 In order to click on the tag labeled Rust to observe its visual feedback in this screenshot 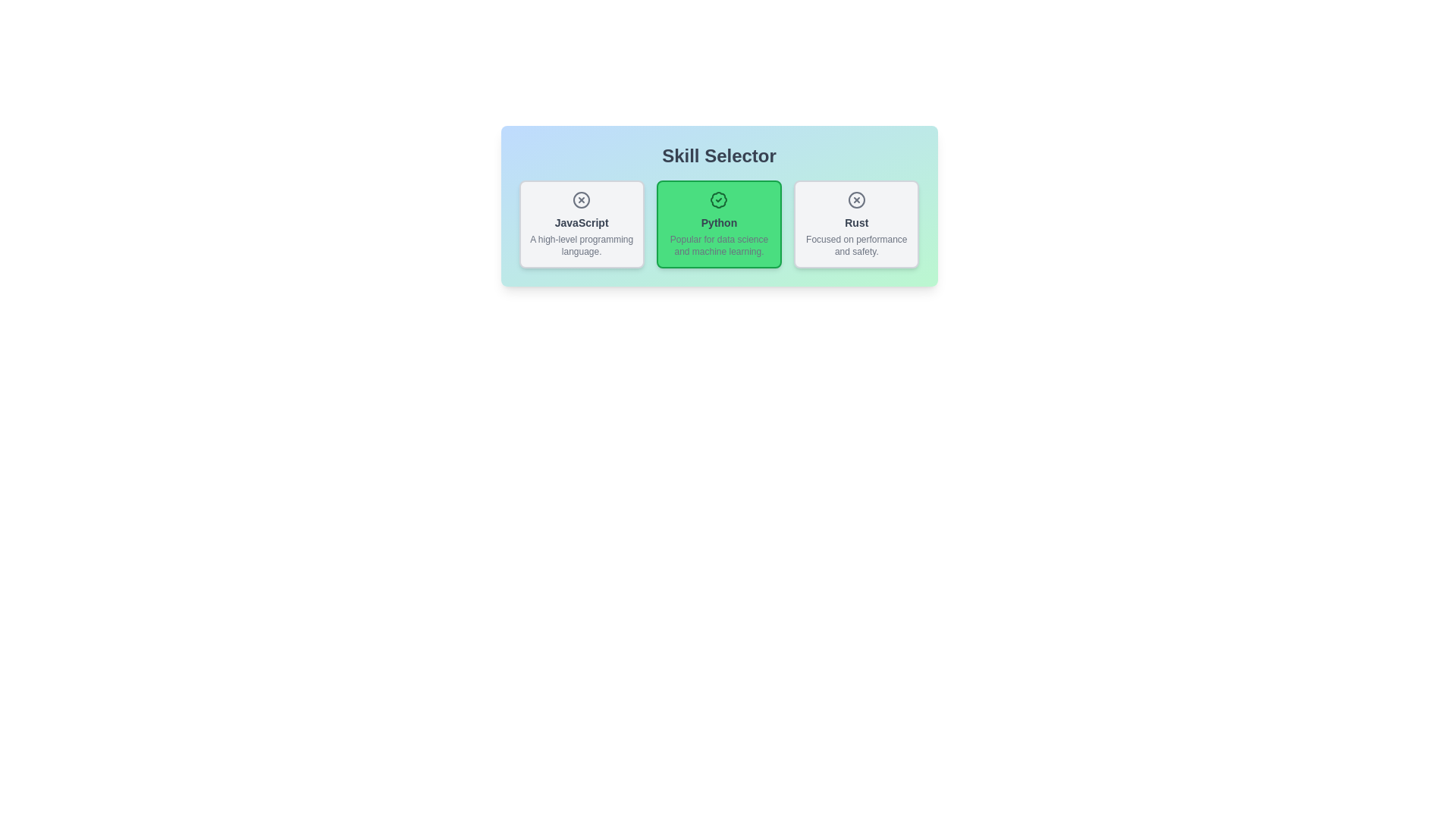, I will do `click(856, 224)`.